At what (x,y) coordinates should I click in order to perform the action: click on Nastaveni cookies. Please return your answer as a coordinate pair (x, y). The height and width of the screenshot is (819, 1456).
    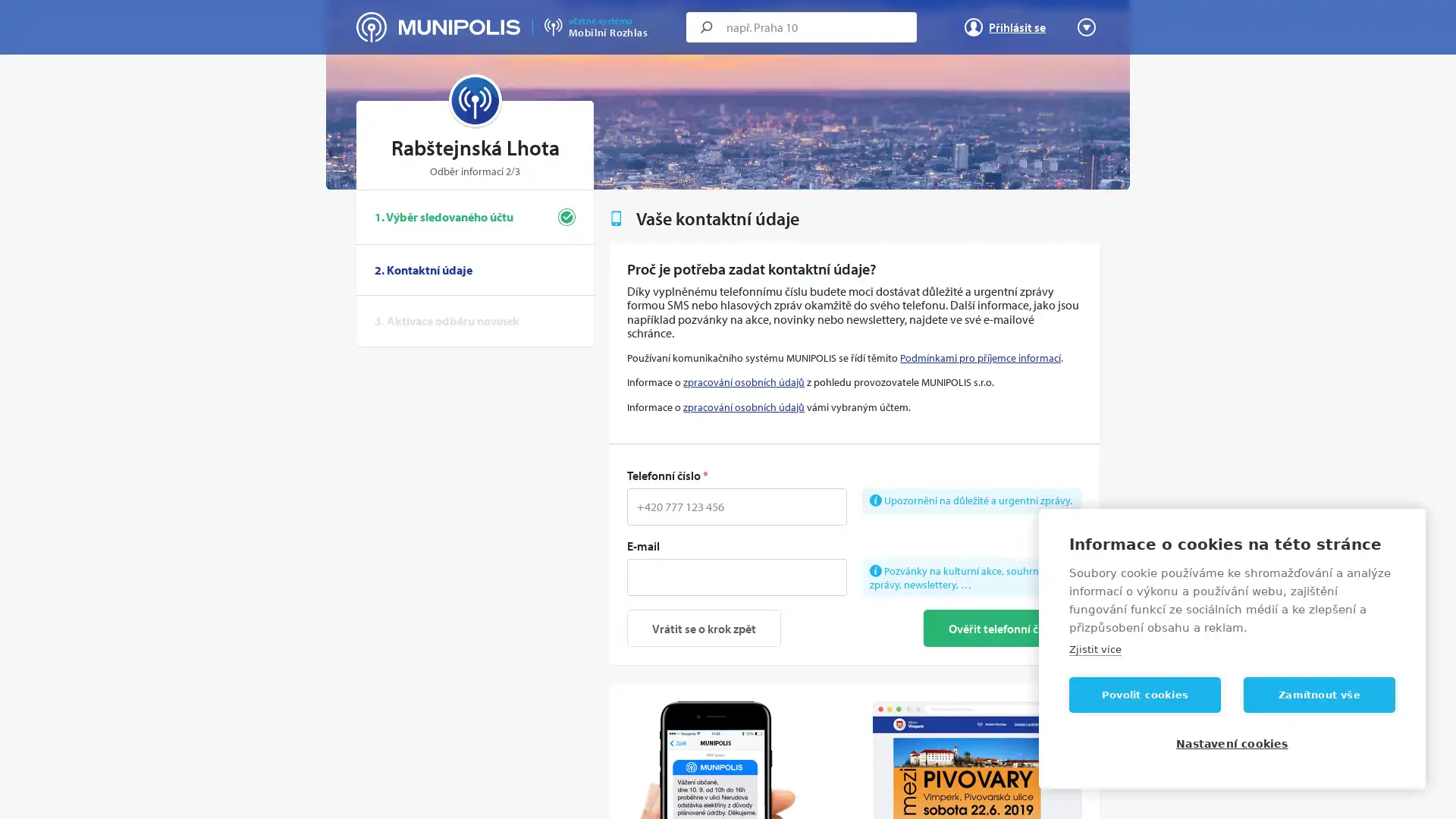
    Looking at the image, I should click on (1232, 743).